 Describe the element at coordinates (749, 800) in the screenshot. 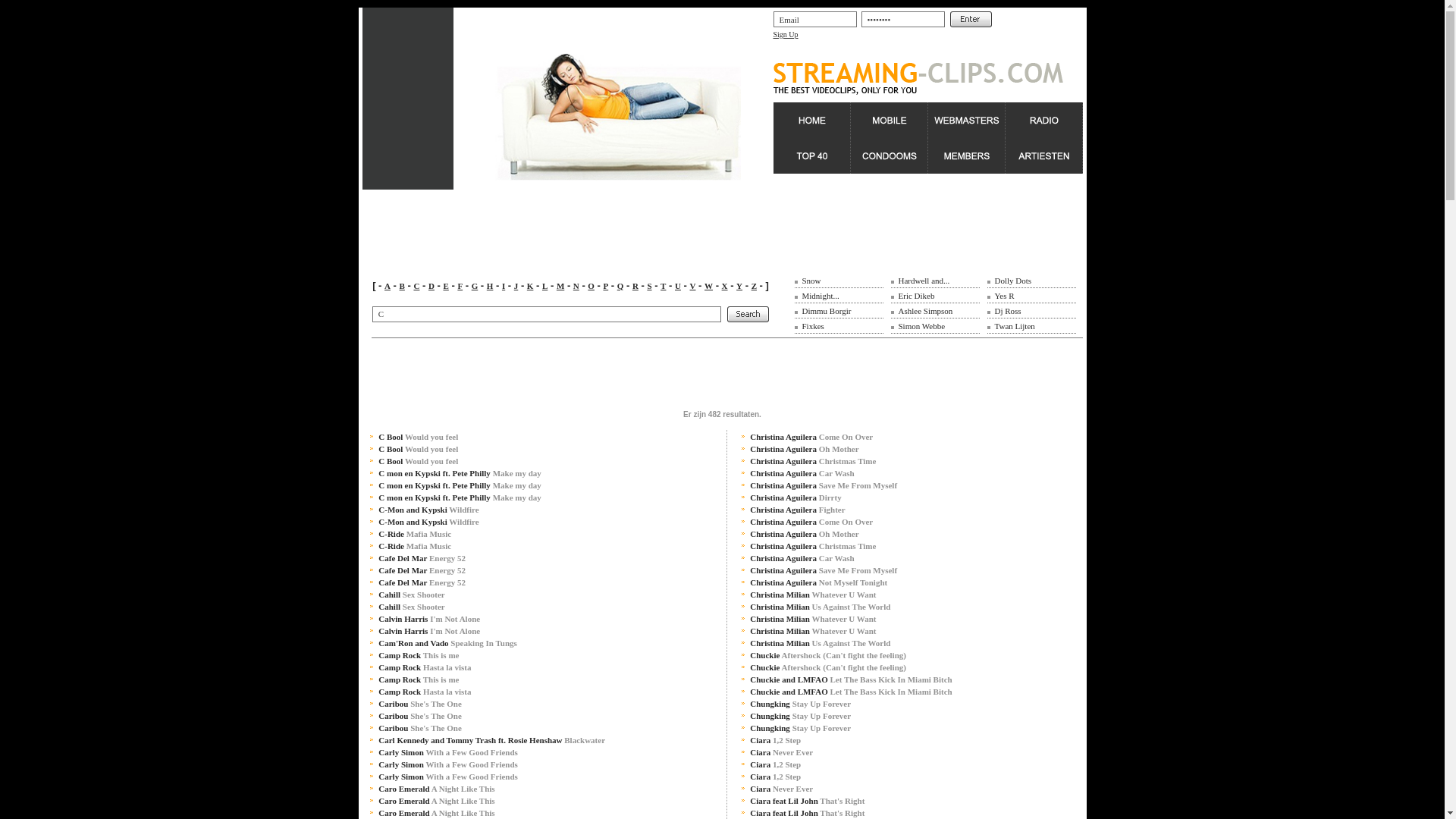

I see `'Ciara feat Lil John That's Right'` at that location.